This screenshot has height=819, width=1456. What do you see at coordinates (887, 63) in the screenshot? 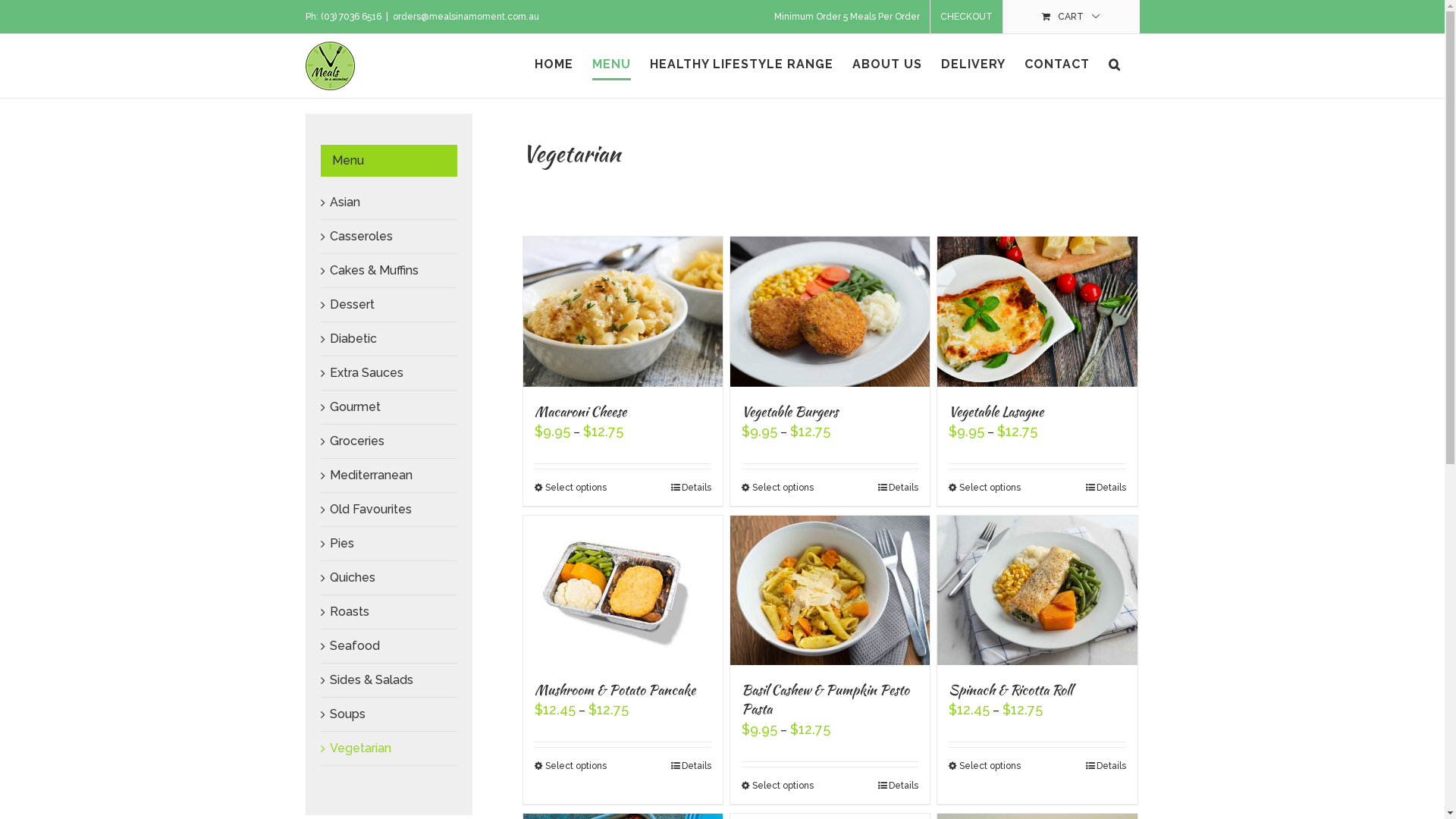
I see `'ABOUT US'` at bounding box center [887, 63].